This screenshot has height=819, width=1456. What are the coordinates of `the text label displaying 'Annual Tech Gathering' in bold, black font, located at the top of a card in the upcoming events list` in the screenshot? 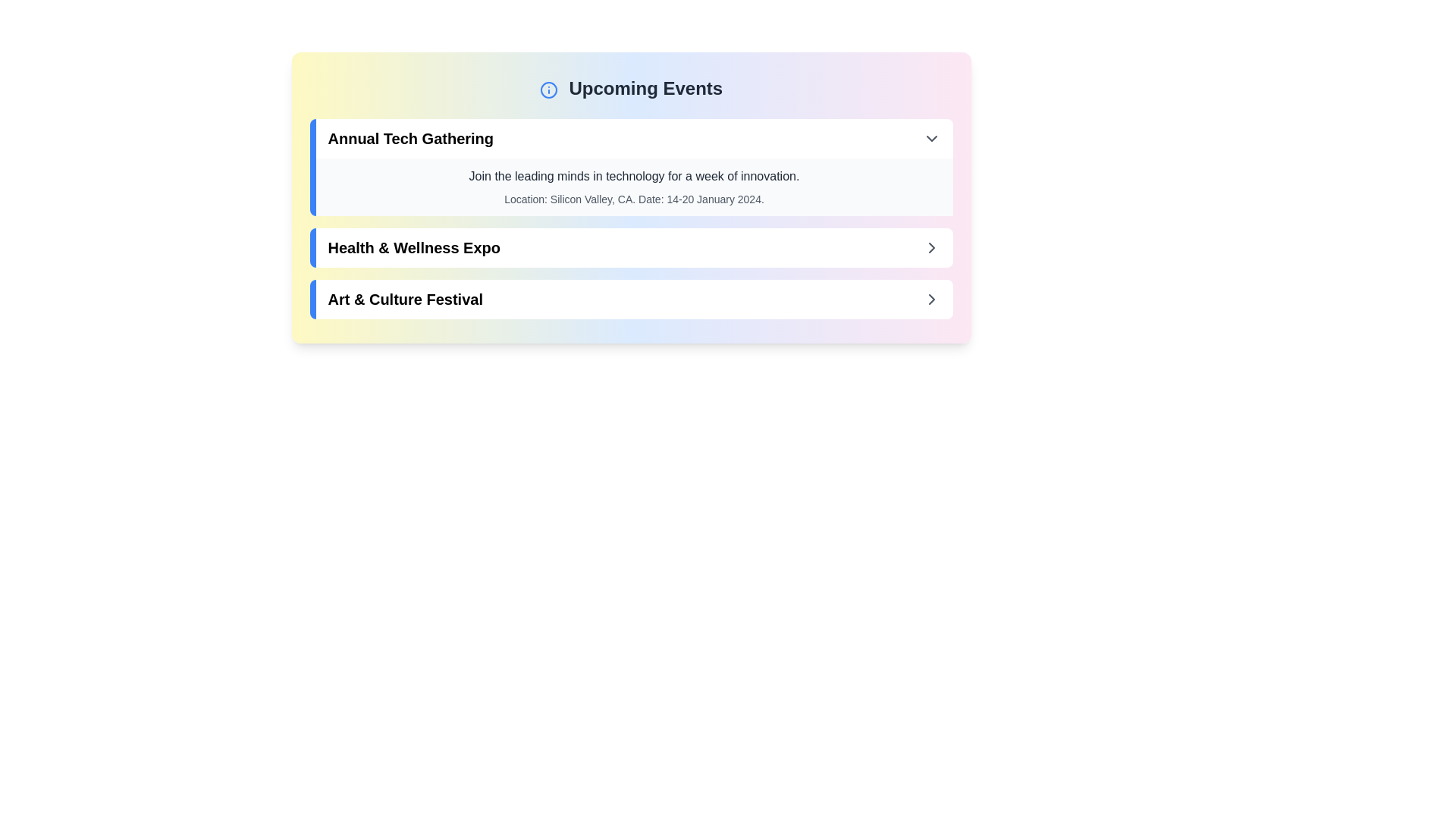 It's located at (410, 138).